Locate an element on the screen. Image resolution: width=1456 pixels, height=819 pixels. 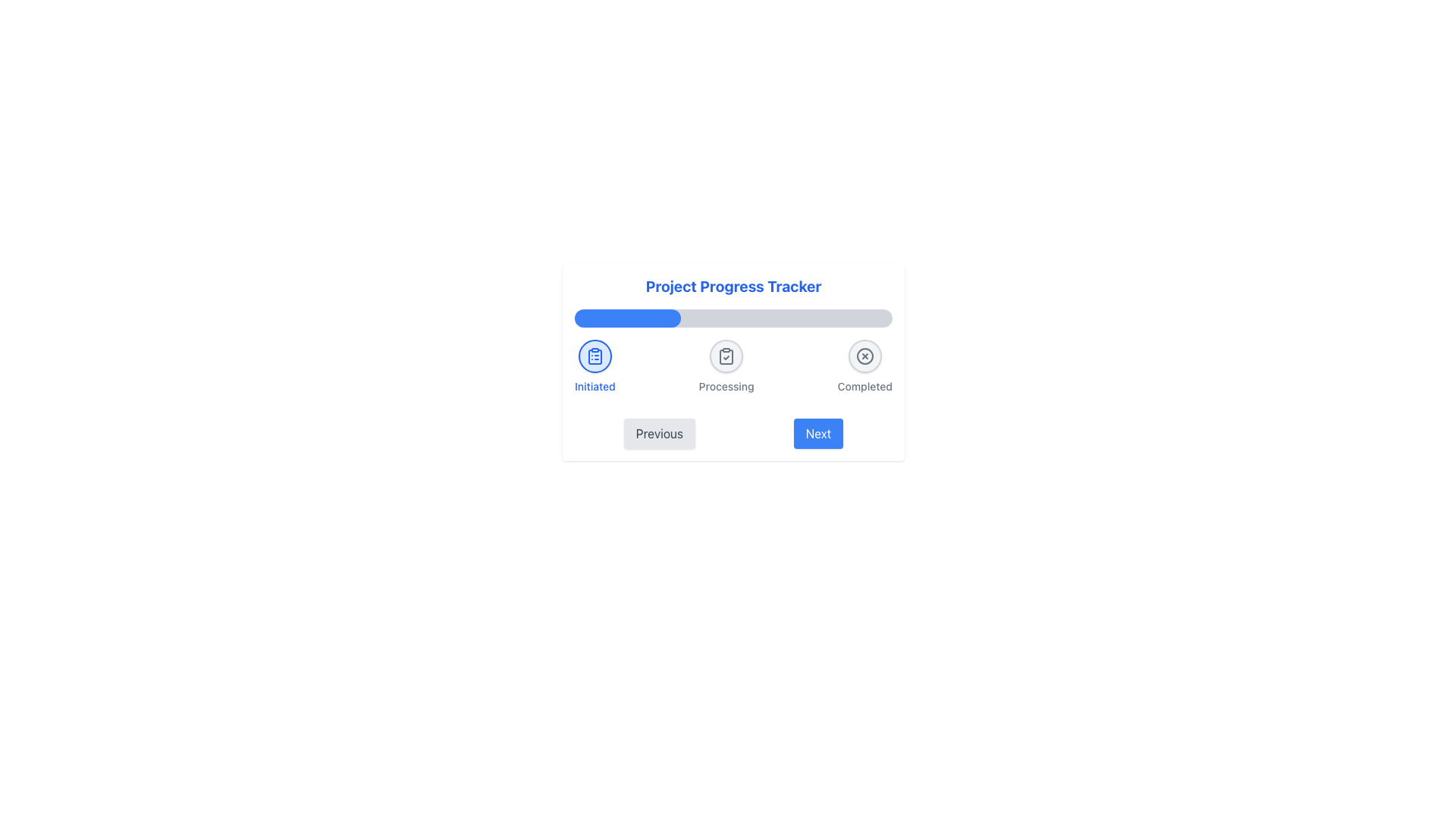
the blue 'Next' button with white text is located at coordinates (817, 433).